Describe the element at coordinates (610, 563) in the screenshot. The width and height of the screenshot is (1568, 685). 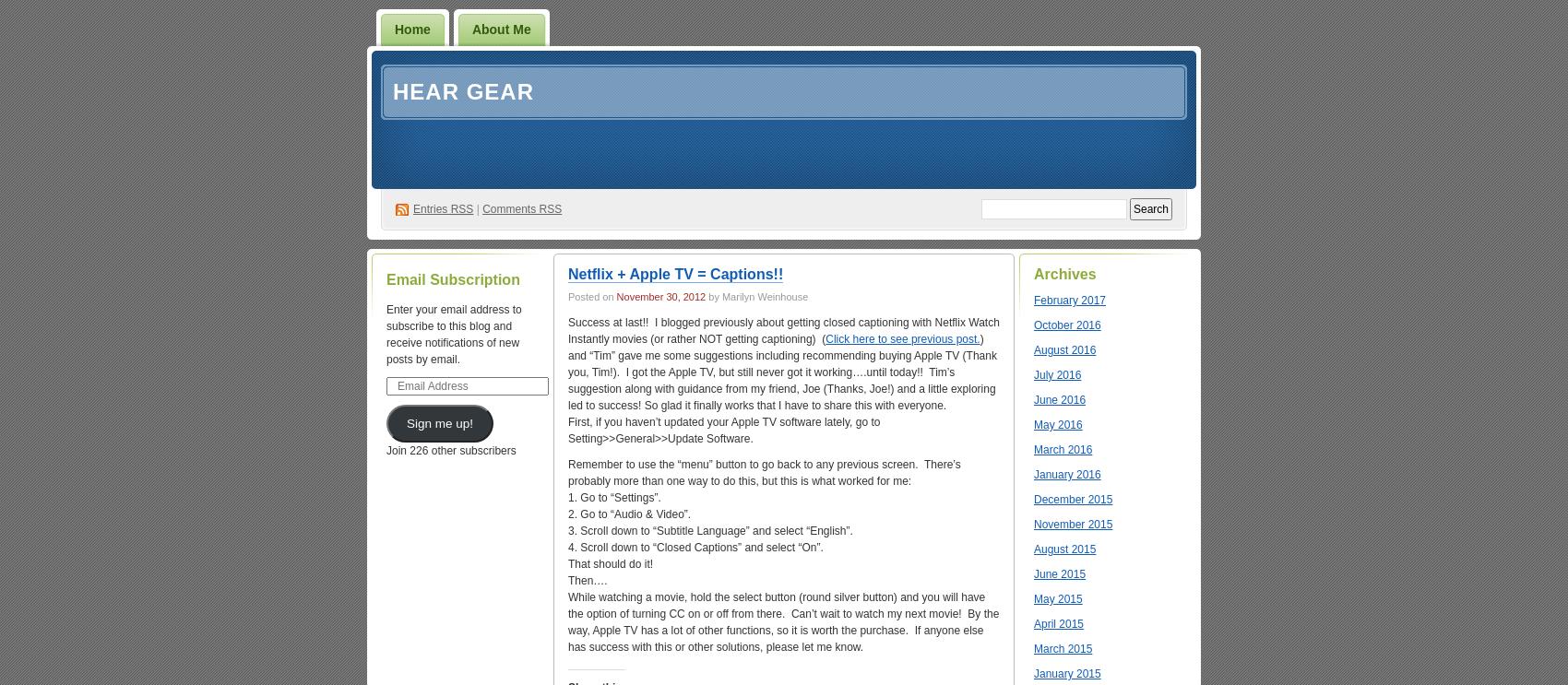
I see `'That should do it!'` at that location.